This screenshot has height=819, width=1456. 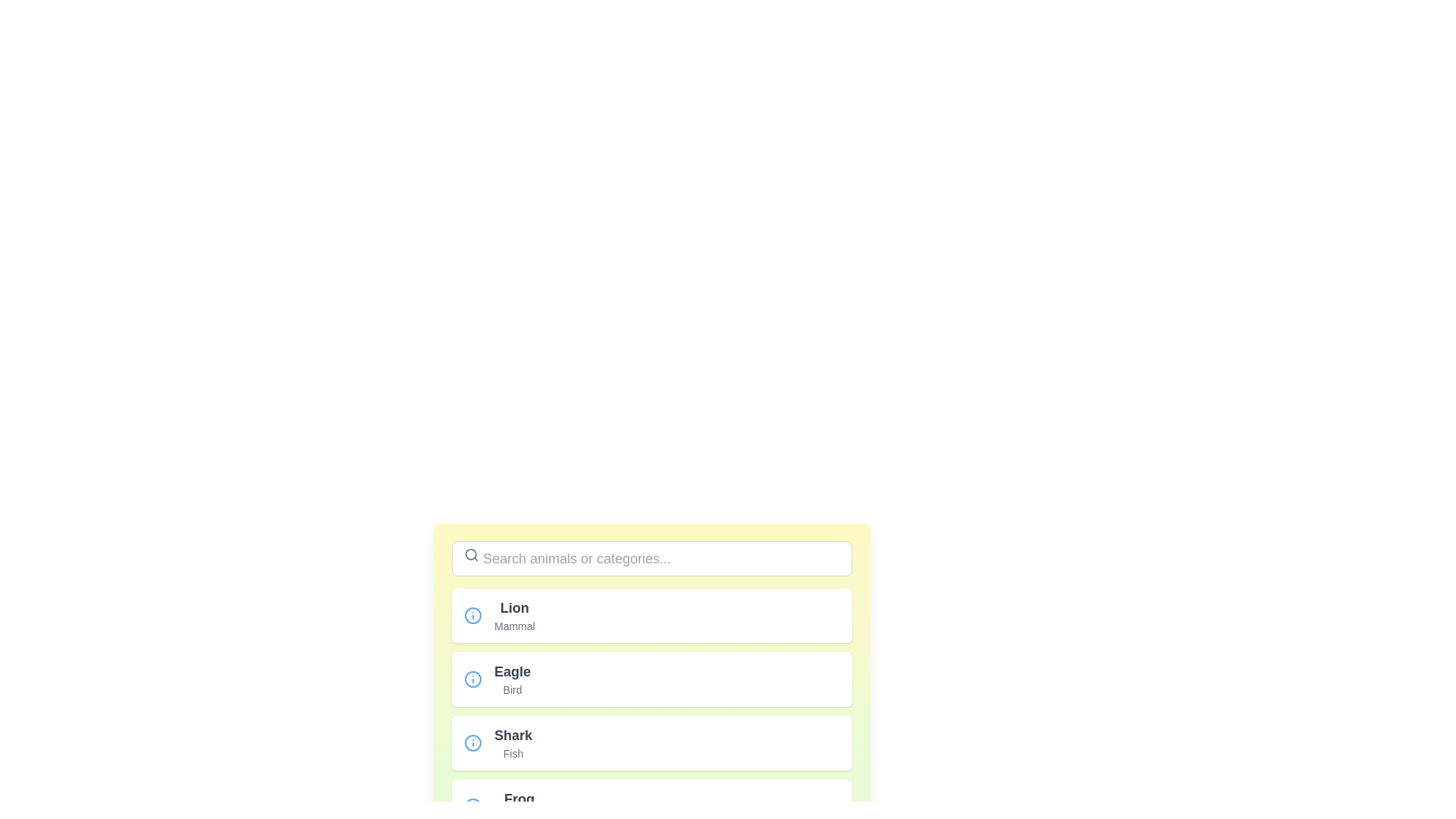 I want to click on the circular information icon with a blue border and white background, located to the left of the text 'Shark' and 'Fish', so click(x=472, y=742).